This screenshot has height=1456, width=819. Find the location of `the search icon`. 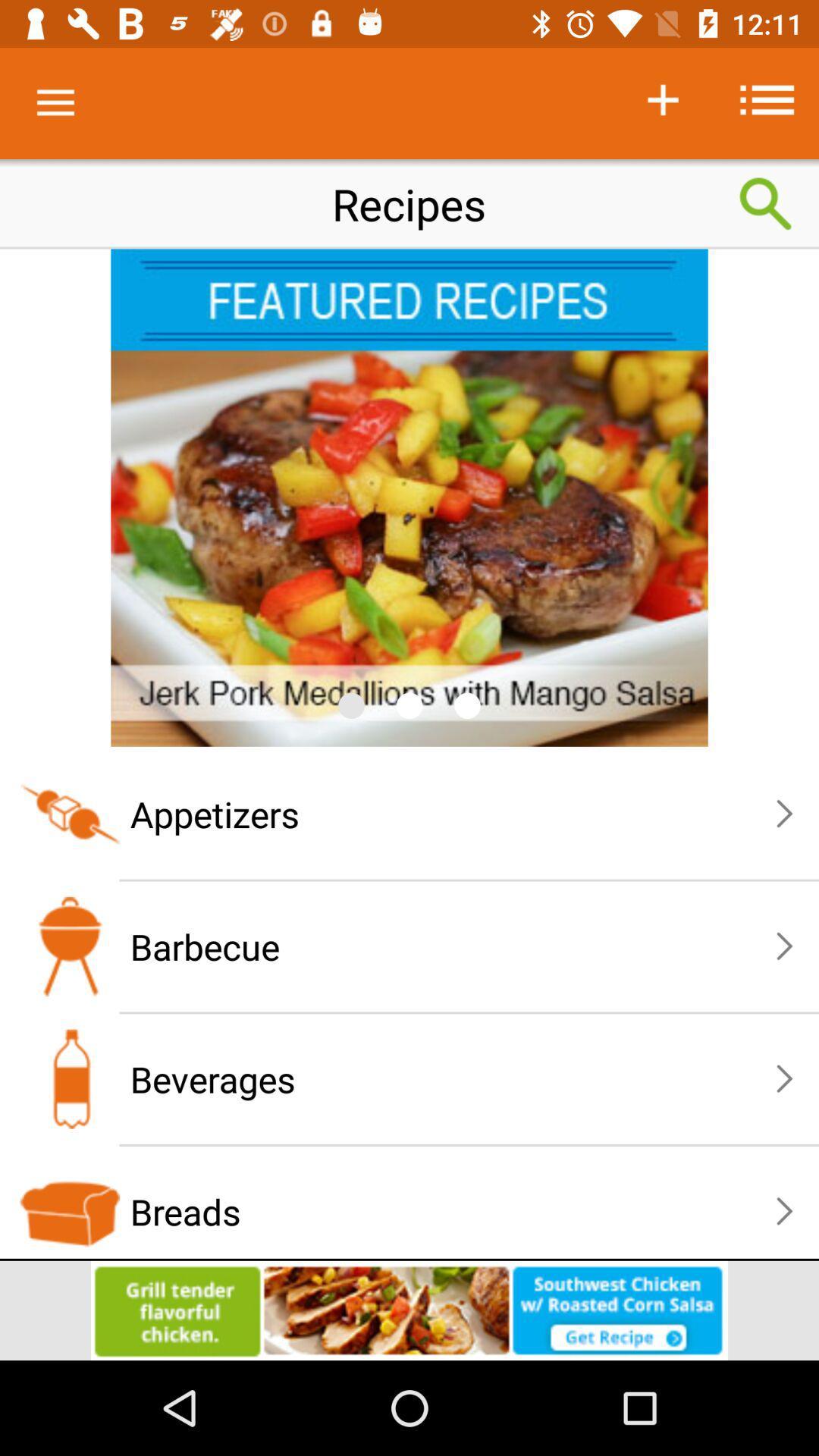

the search icon is located at coordinates (766, 203).